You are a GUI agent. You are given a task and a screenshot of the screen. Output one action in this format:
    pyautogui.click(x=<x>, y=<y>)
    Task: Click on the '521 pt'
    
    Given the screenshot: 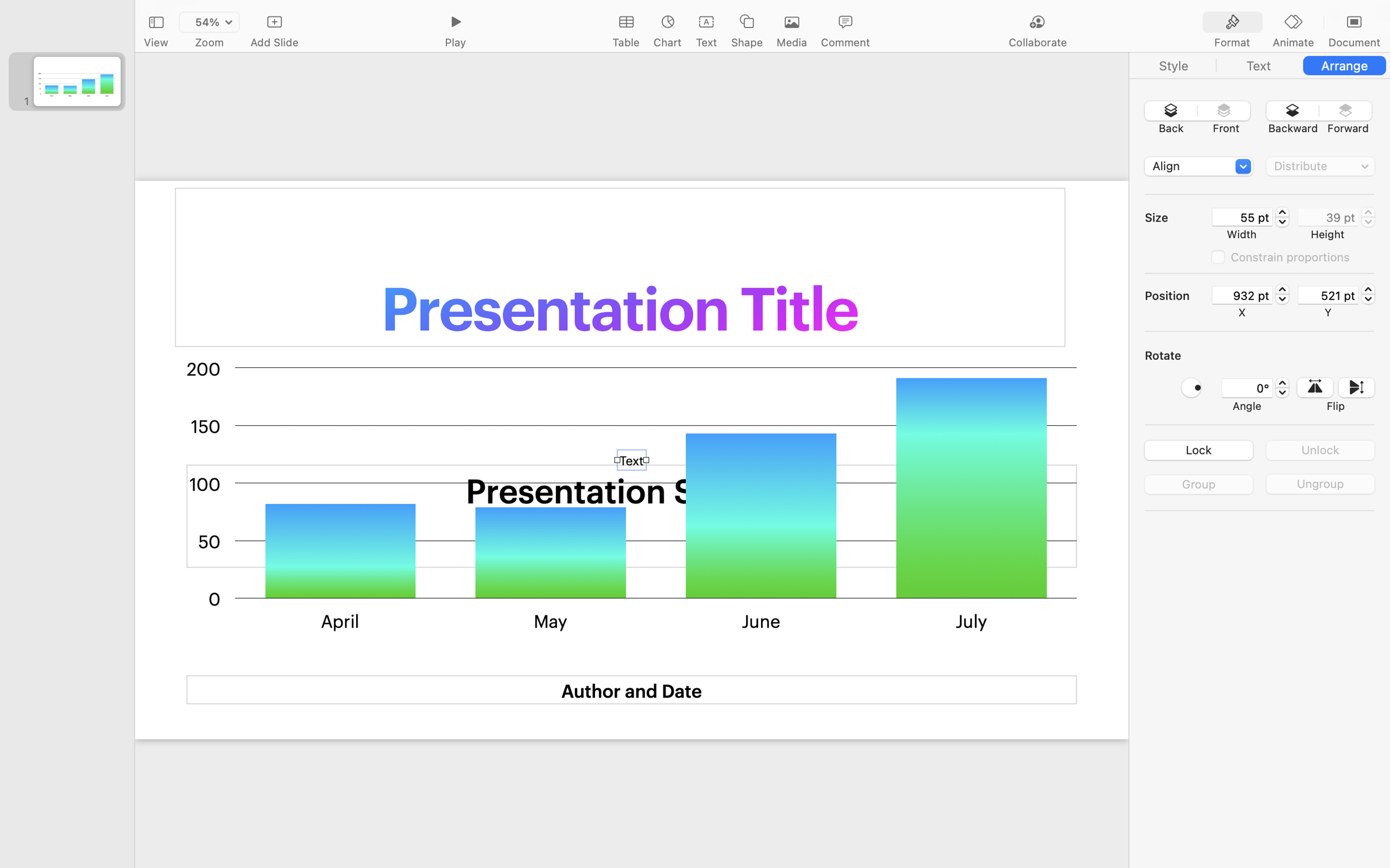 What is the action you would take?
    pyautogui.click(x=1328, y=294)
    